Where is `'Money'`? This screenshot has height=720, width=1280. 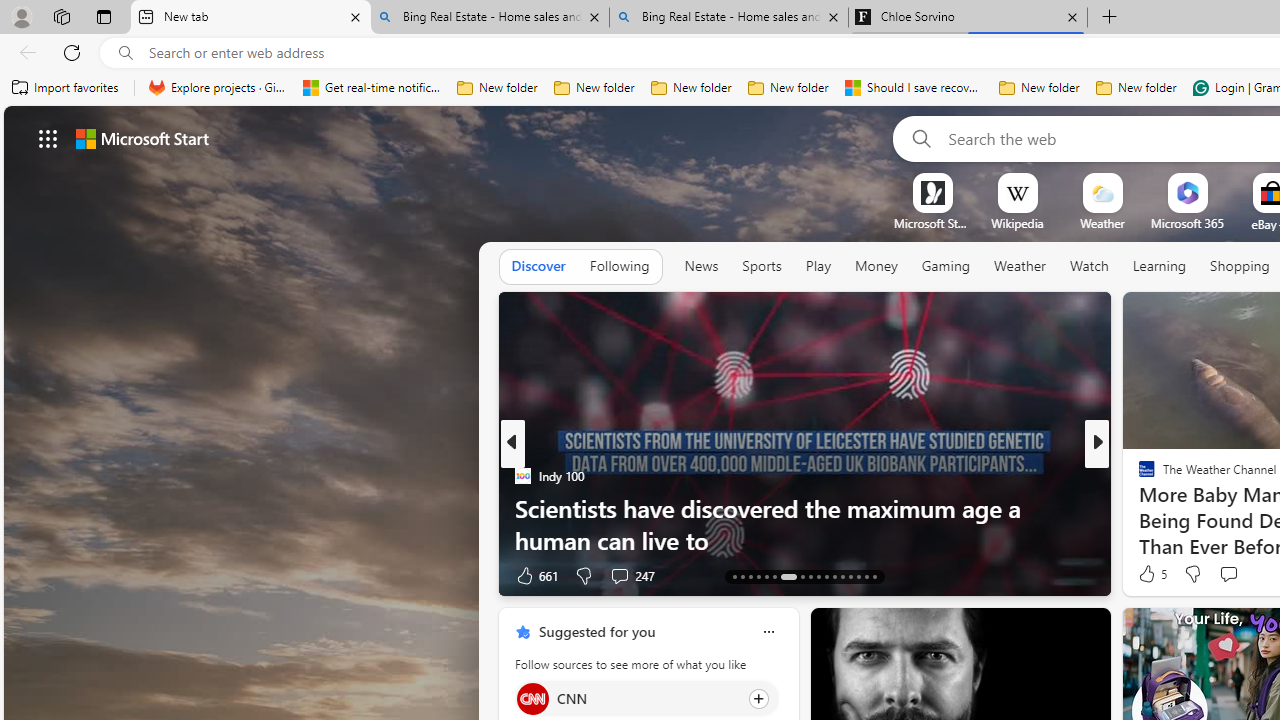
'Money' is located at coordinates (876, 266).